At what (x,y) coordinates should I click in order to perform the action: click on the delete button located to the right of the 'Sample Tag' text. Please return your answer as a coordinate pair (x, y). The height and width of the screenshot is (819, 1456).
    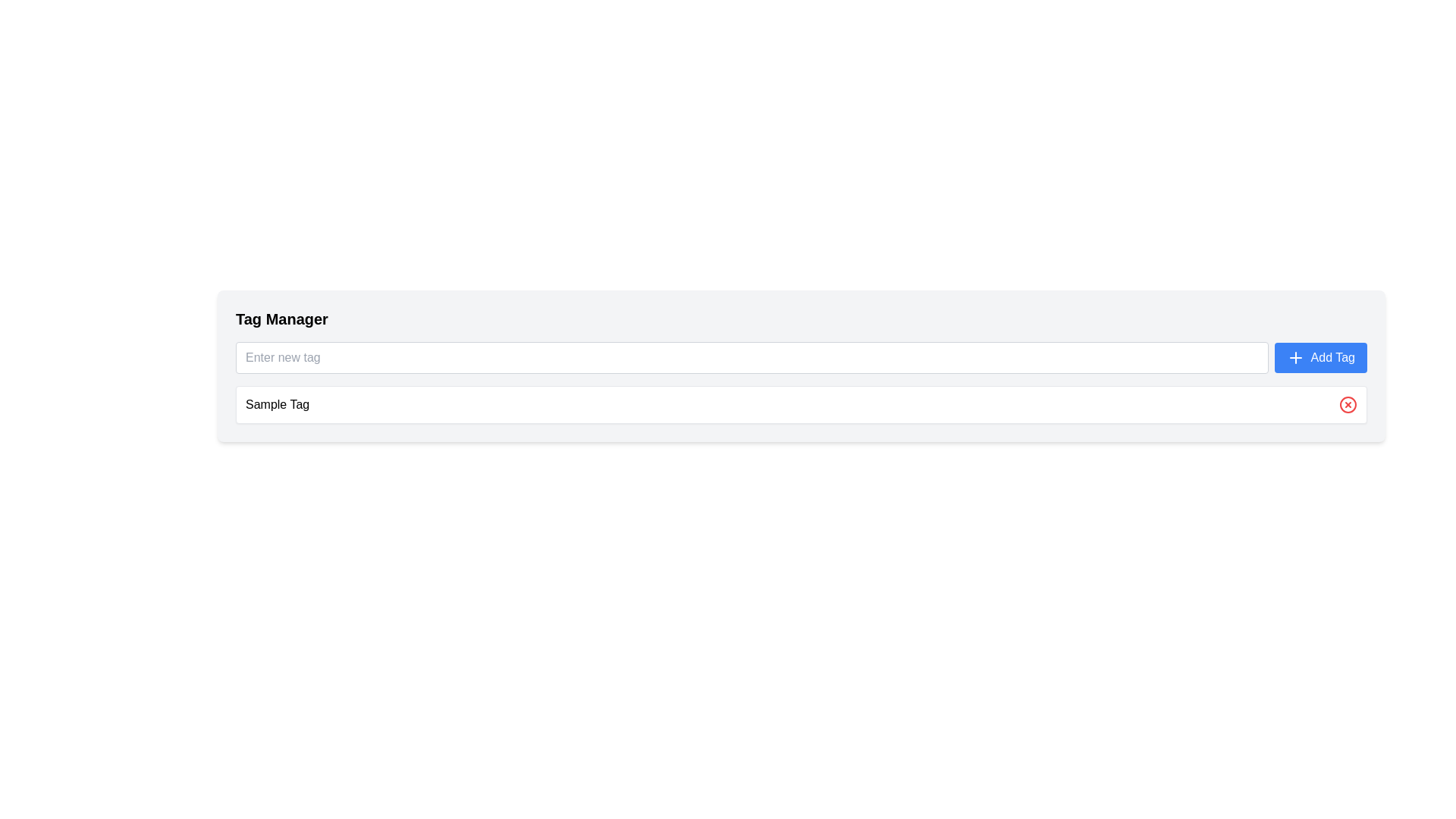
    Looking at the image, I should click on (1348, 403).